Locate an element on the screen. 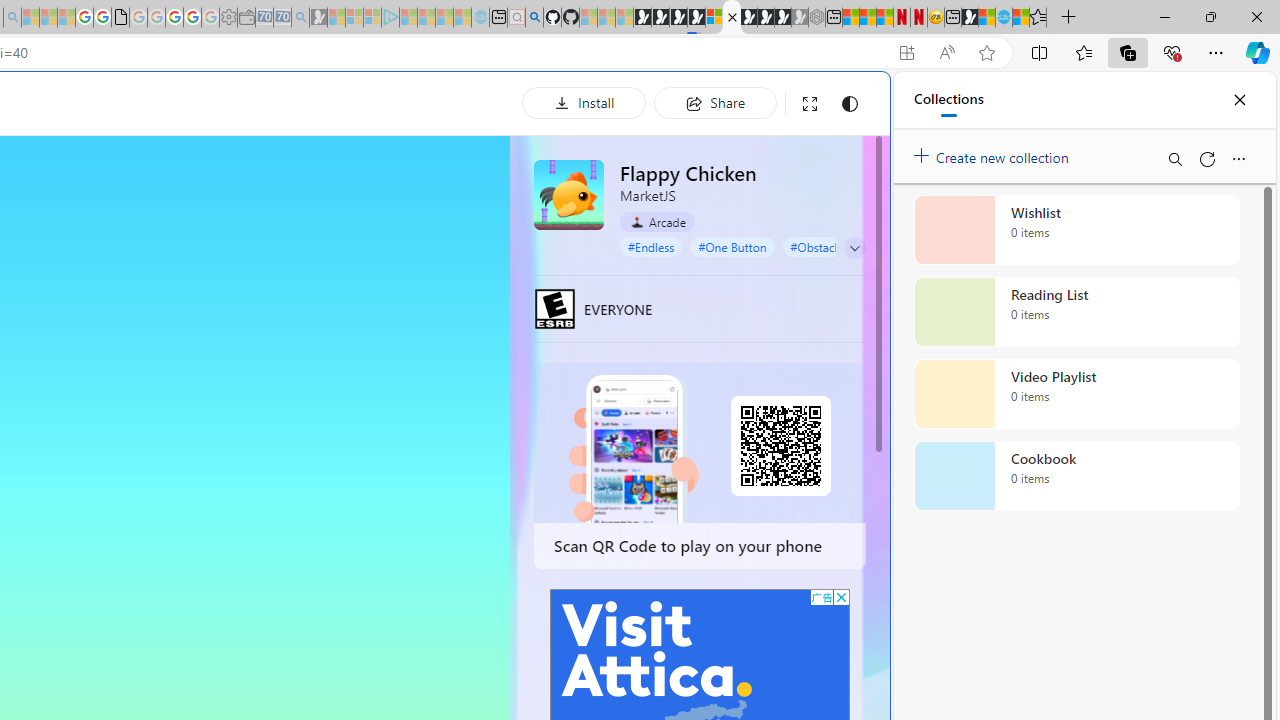  '#One Button' is located at coordinates (731, 245).